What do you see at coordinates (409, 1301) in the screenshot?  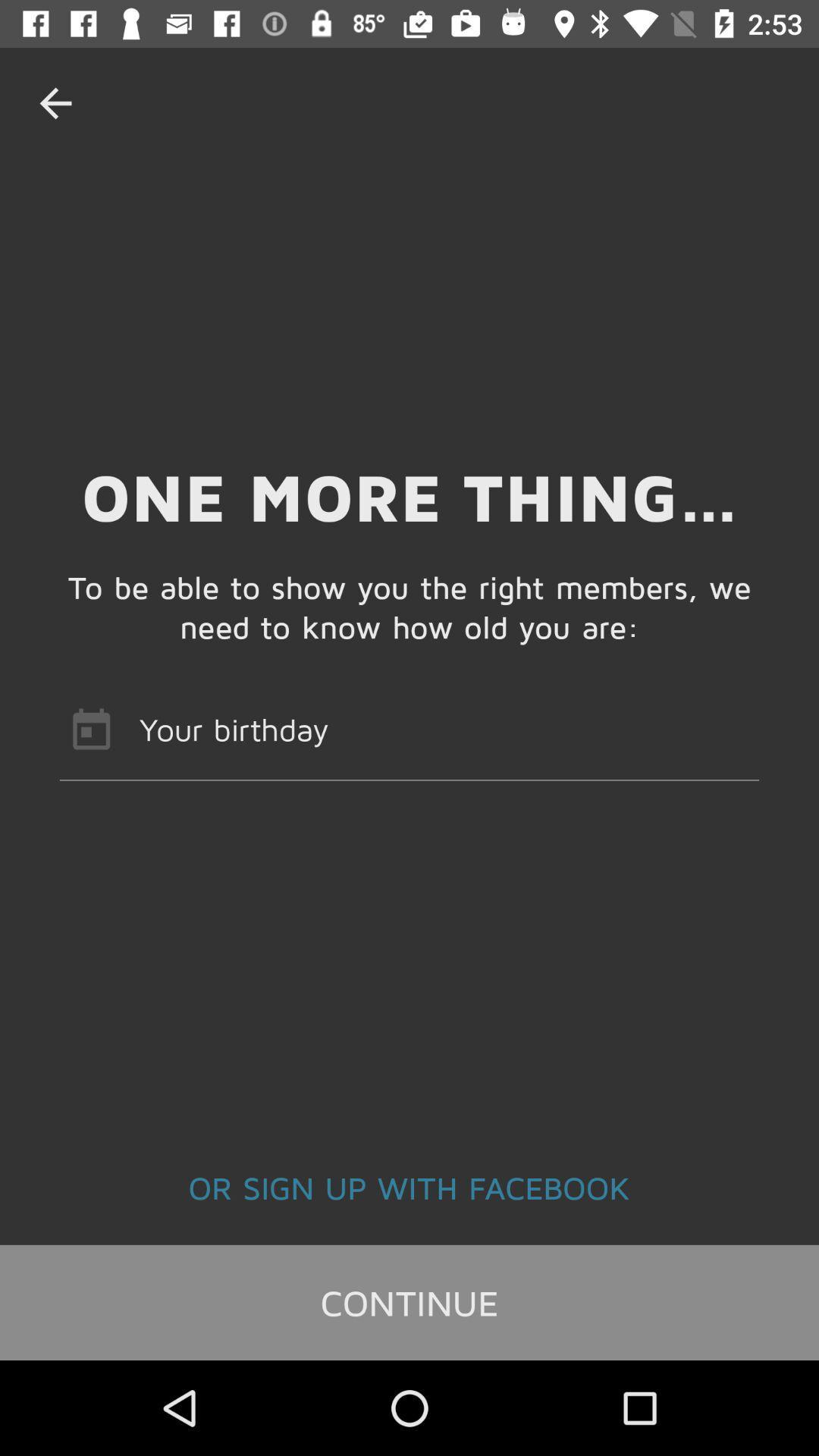 I see `icon below or sign up icon` at bounding box center [409, 1301].